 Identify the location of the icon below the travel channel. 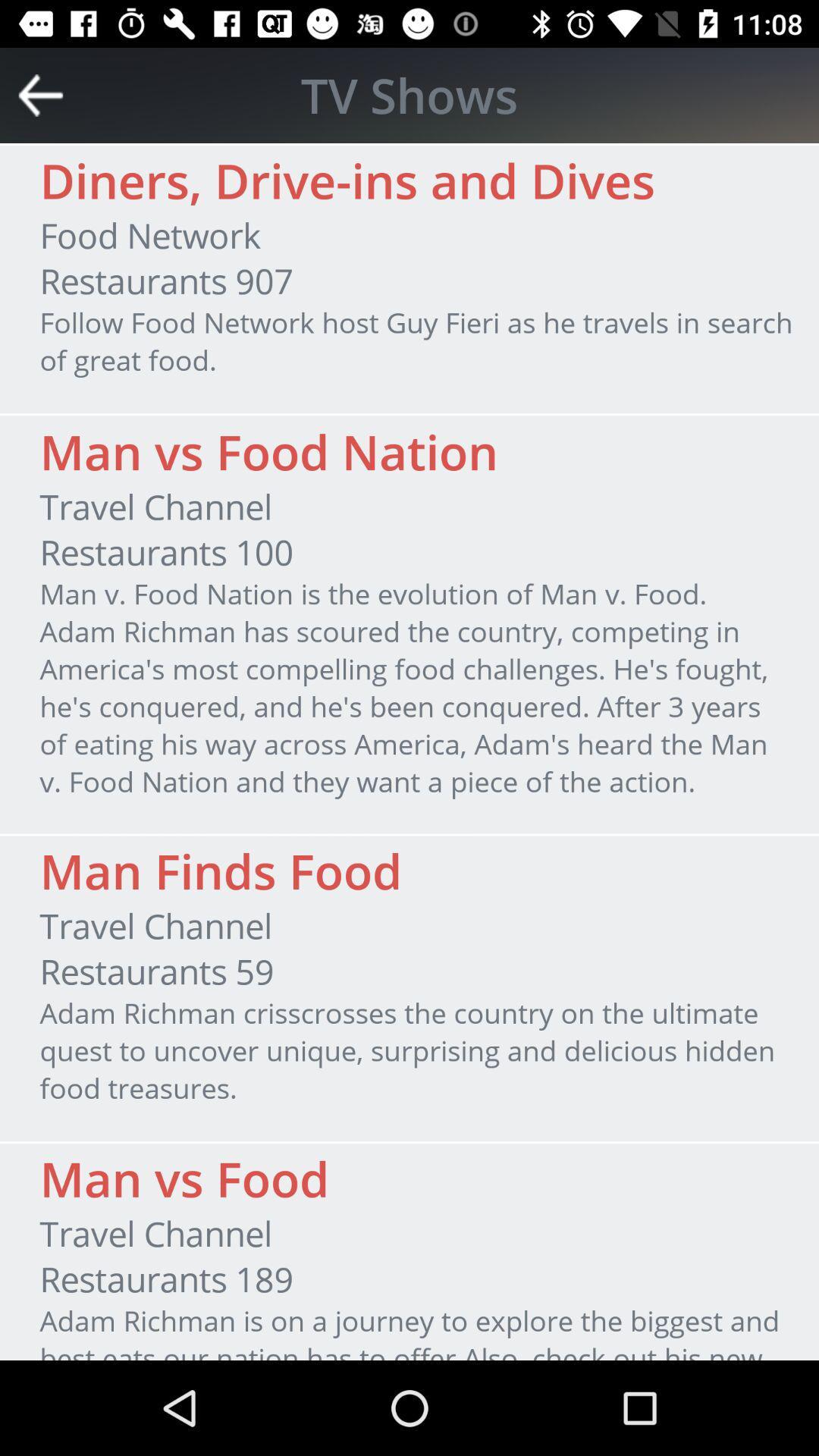
(157, 971).